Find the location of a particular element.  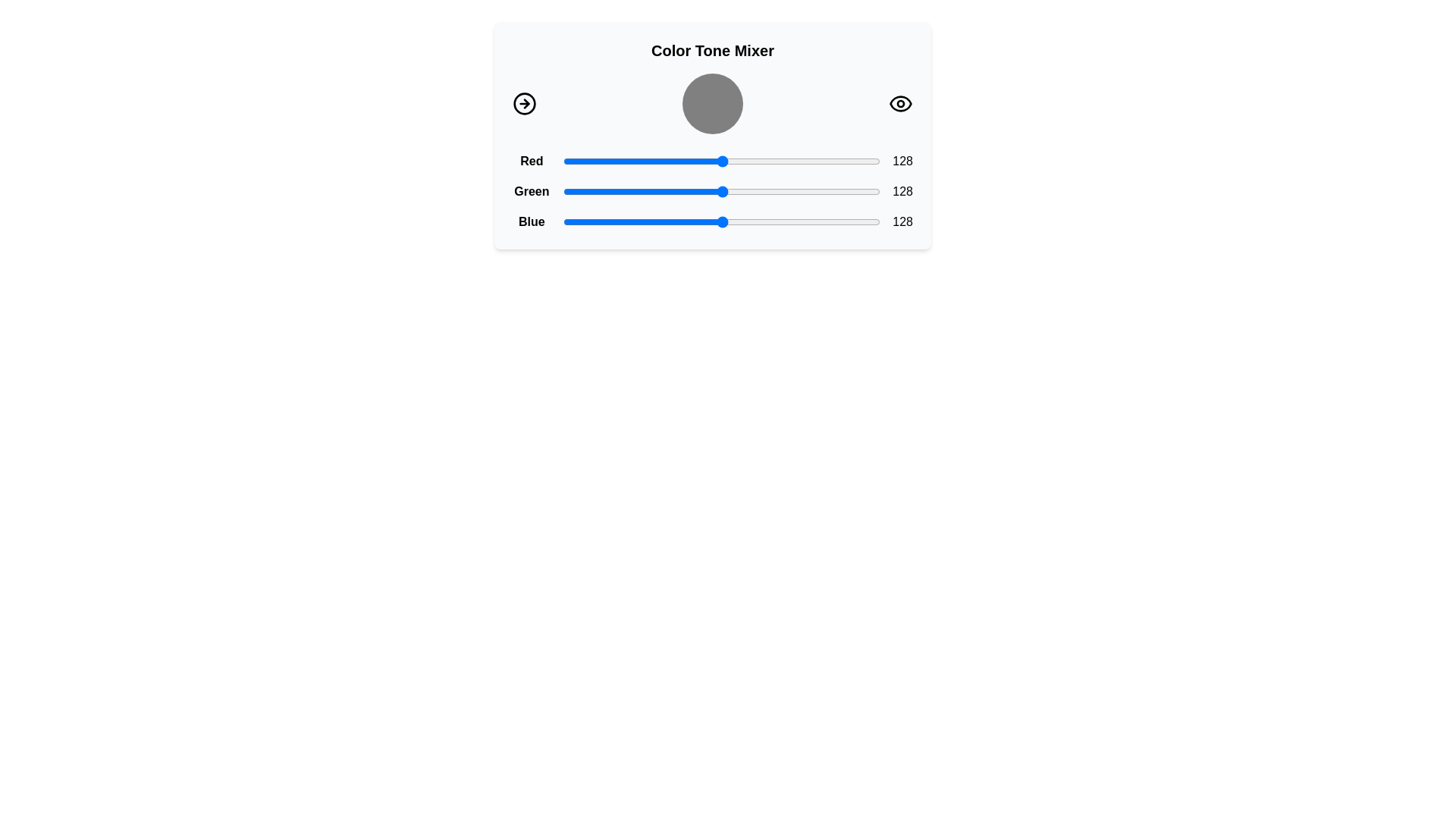

green color intensity is located at coordinates (600, 191).